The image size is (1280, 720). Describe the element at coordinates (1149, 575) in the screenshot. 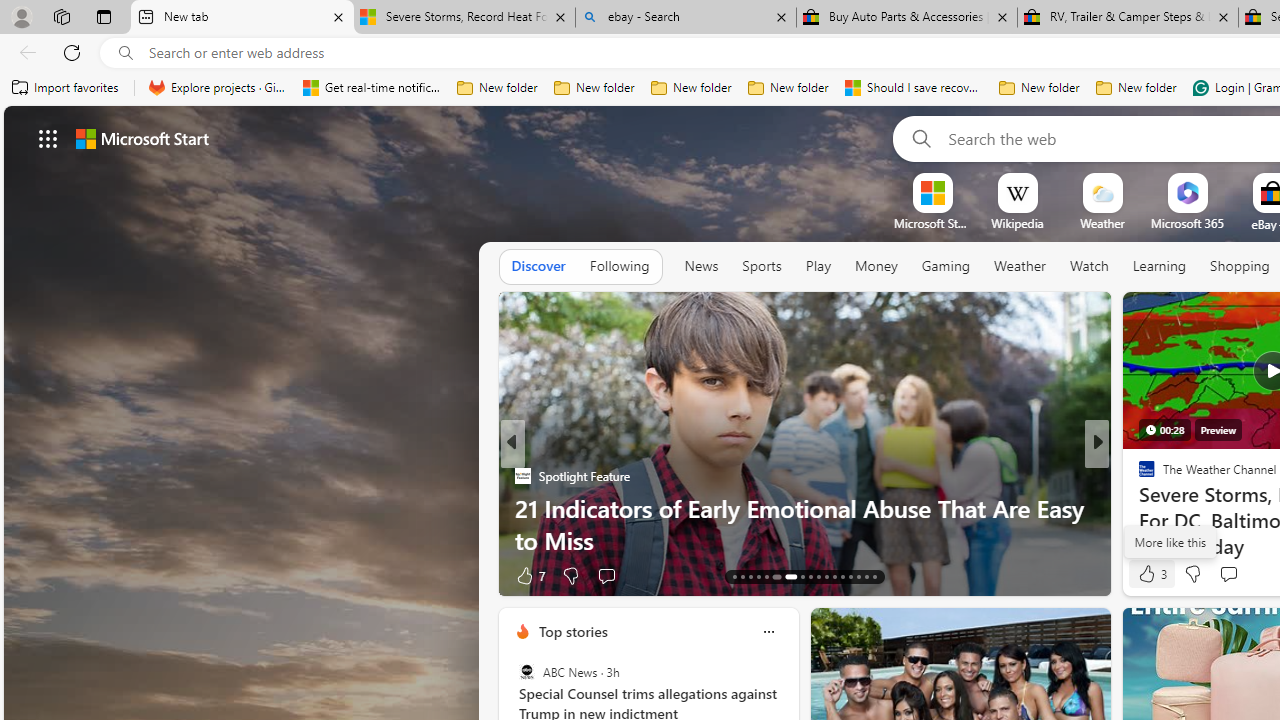

I see `'13 Like'` at that location.